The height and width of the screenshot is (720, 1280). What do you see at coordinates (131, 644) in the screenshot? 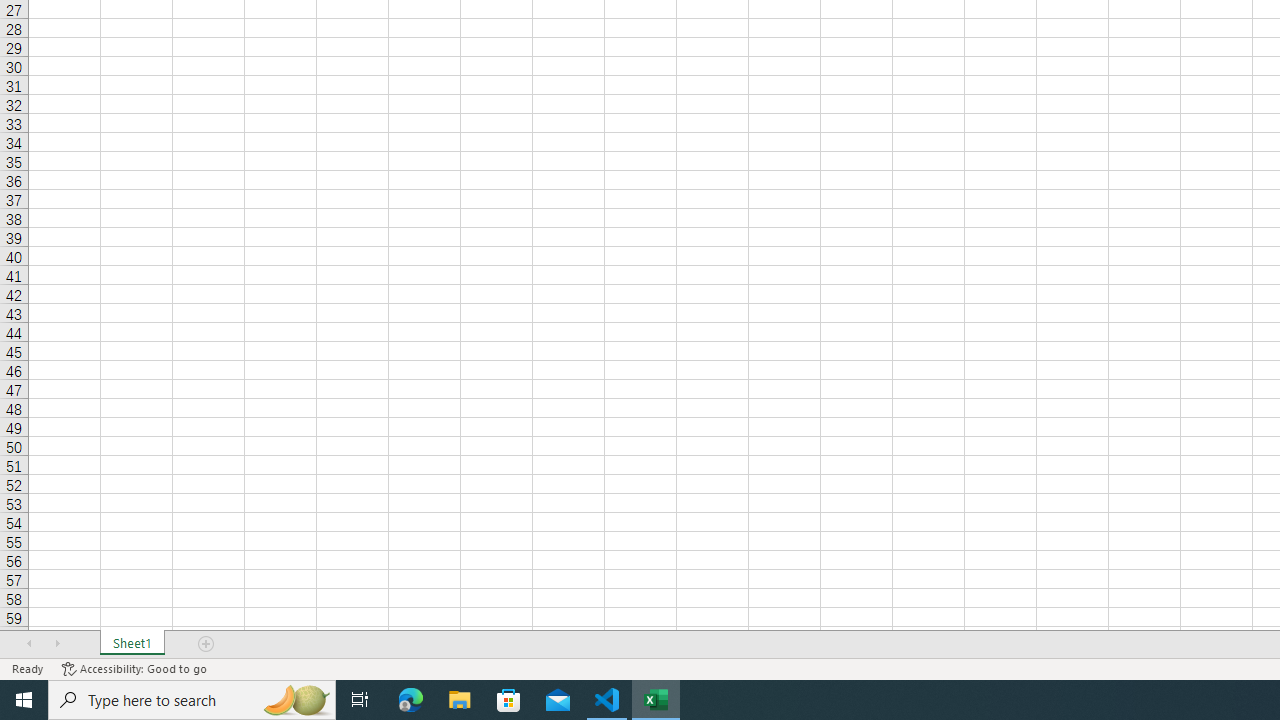
I see `'Sheet1'` at bounding box center [131, 644].